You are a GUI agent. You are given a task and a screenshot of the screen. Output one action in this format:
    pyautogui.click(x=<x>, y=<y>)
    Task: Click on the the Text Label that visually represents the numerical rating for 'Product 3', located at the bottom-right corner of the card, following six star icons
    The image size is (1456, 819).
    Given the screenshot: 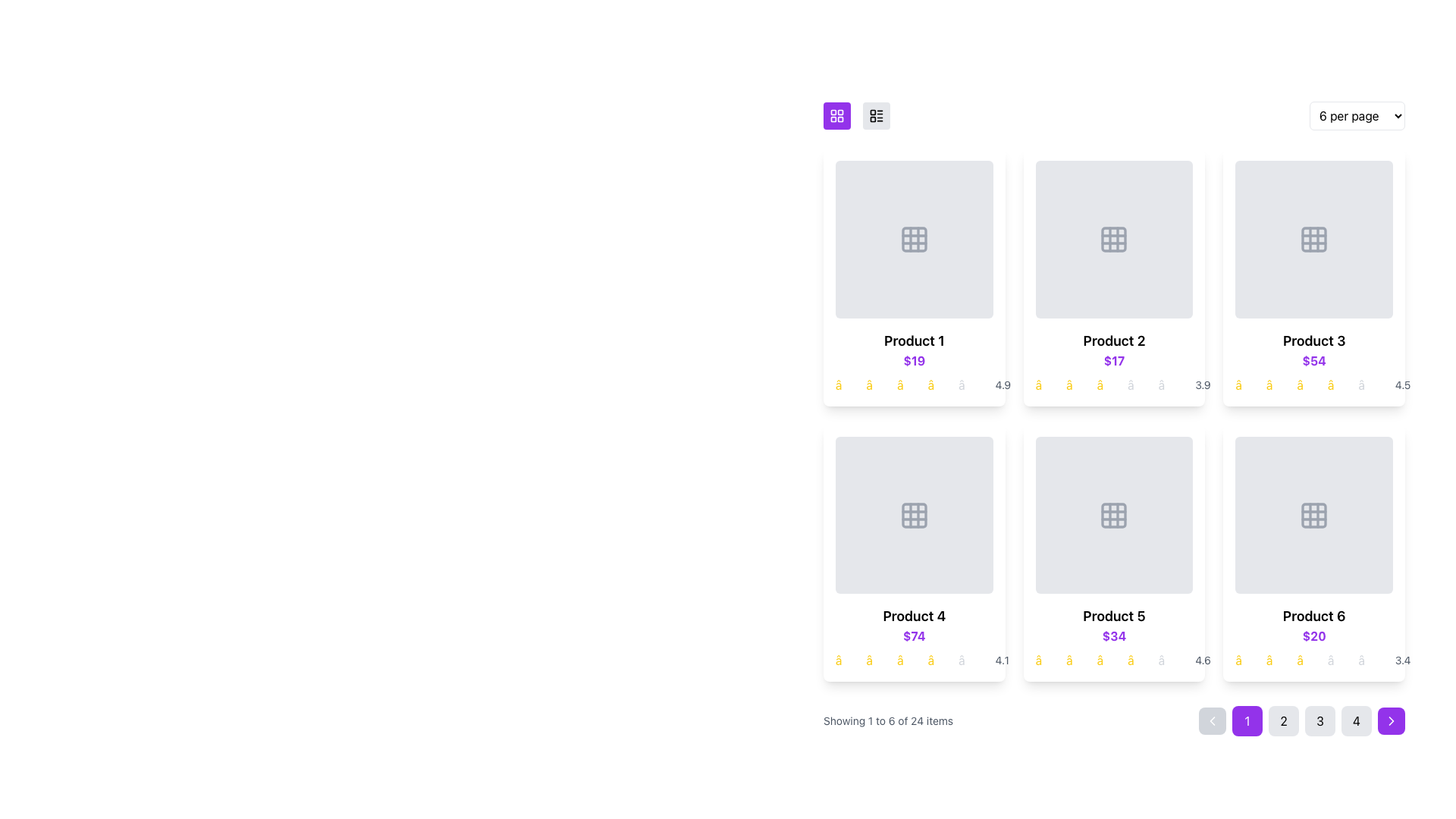 What is the action you would take?
    pyautogui.click(x=1402, y=384)
    